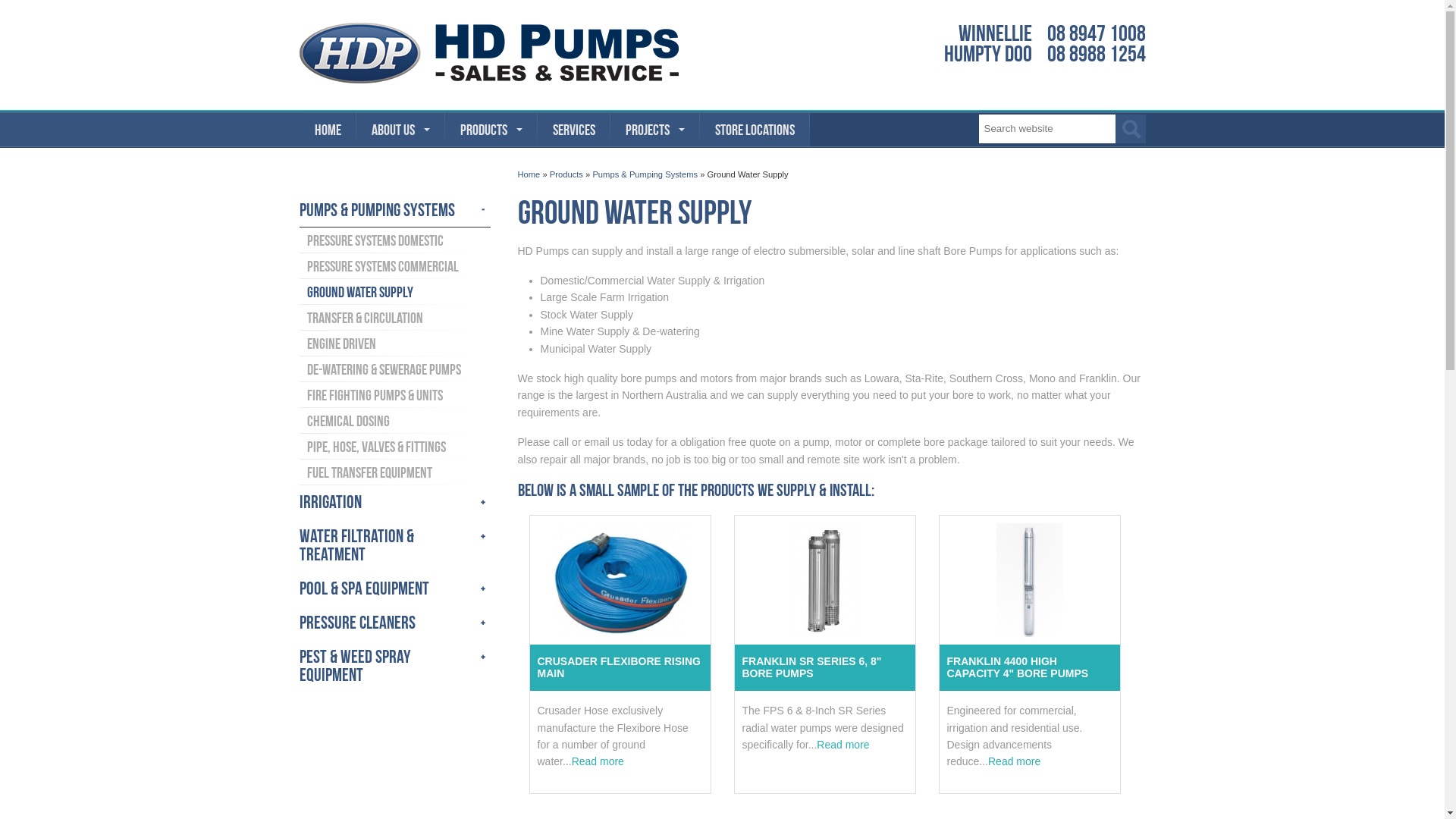 The height and width of the screenshot is (819, 1456). What do you see at coordinates (394, 239) in the screenshot?
I see `'PRESSURE SYSTEMS DOMESTIC'` at bounding box center [394, 239].